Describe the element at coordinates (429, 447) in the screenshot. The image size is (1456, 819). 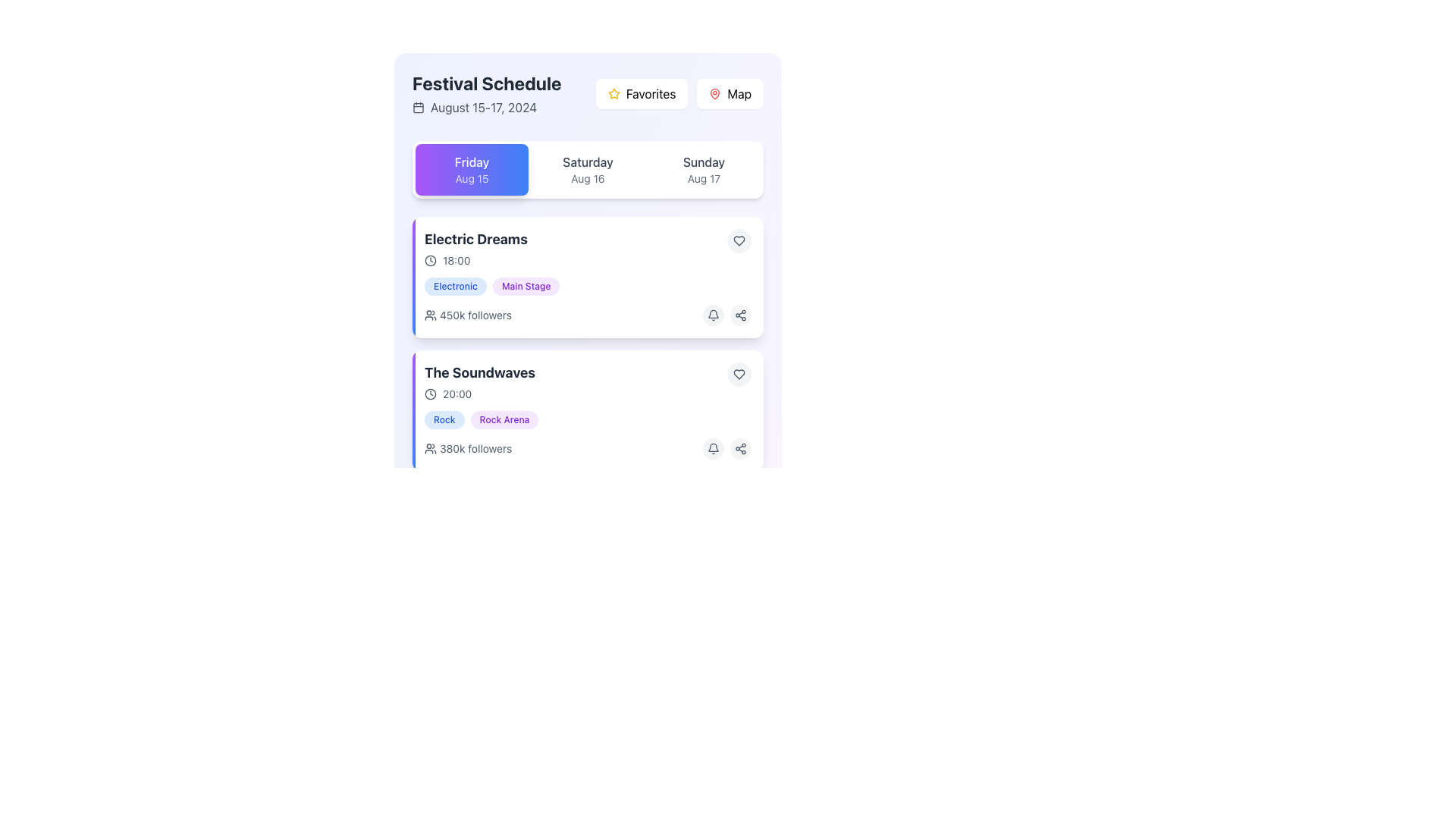
I see `the graphic icon depicting multiple user silhouettes, located before the text '380k followers' in the description section of 'The Soundwaves' event card` at that location.